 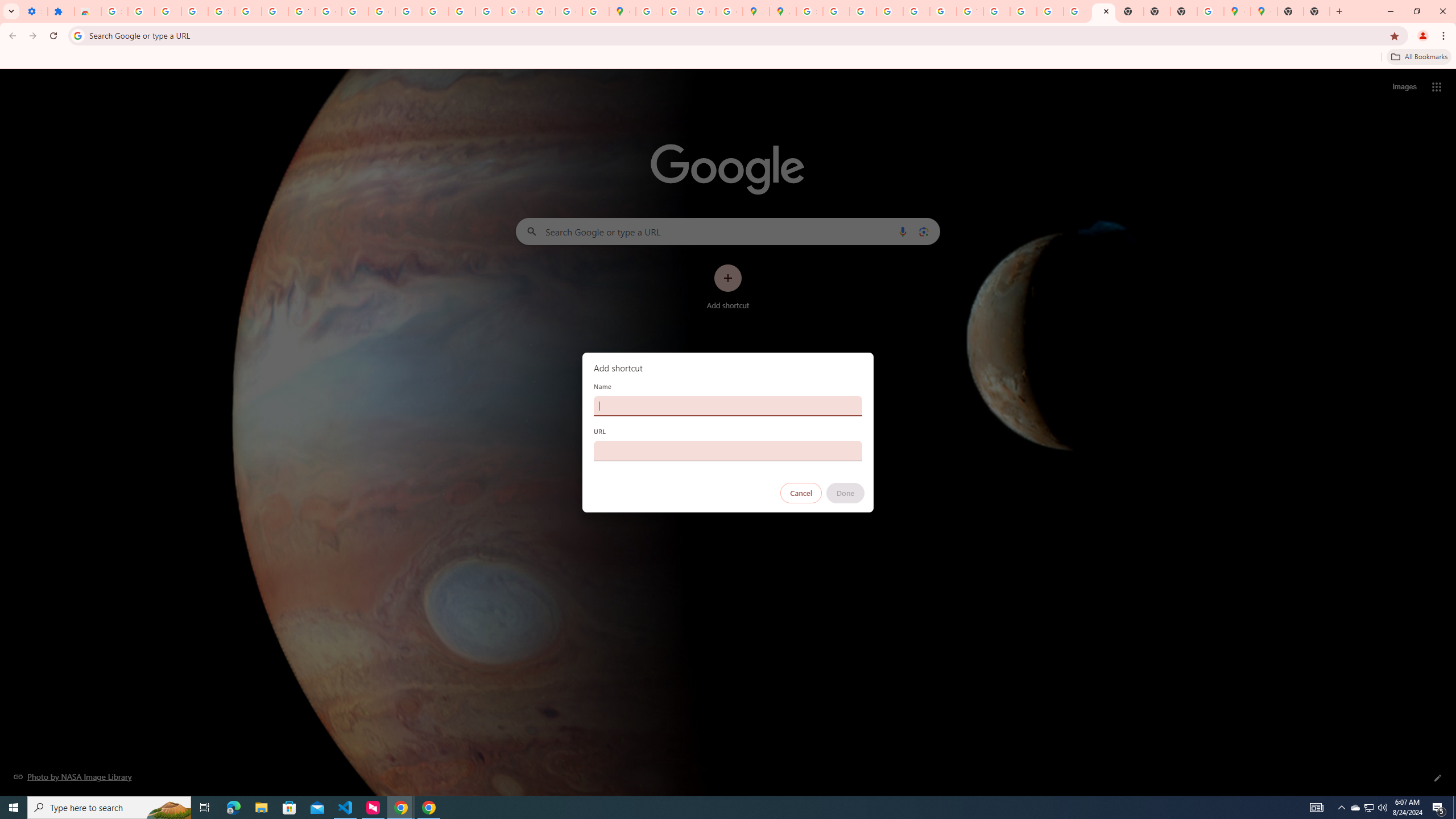 I want to click on 'https://scholar.google.com/', so click(x=354, y=11).